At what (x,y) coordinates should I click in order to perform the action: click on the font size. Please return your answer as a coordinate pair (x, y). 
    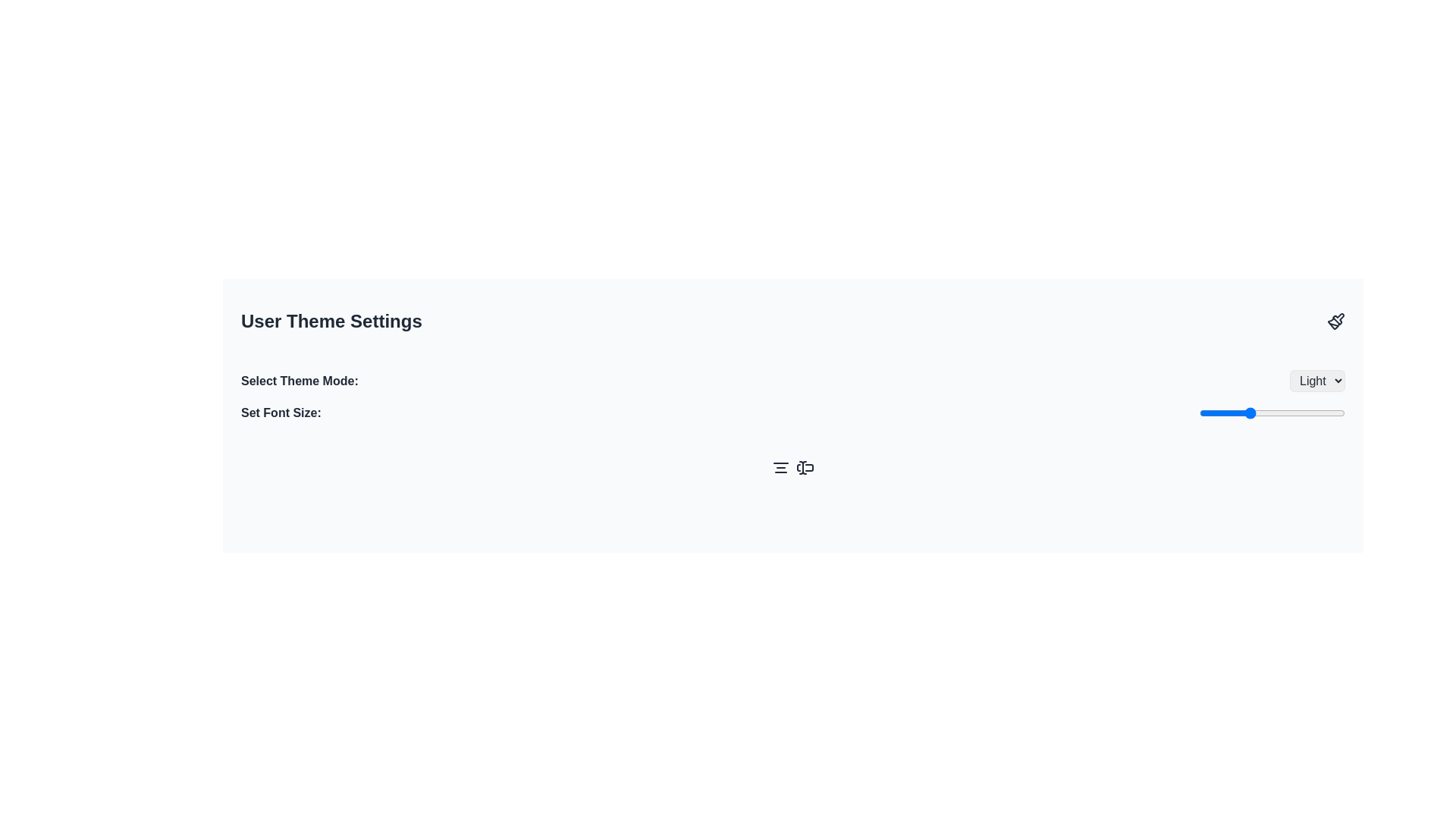
    Looking at the image, I should click on (1248, 413).